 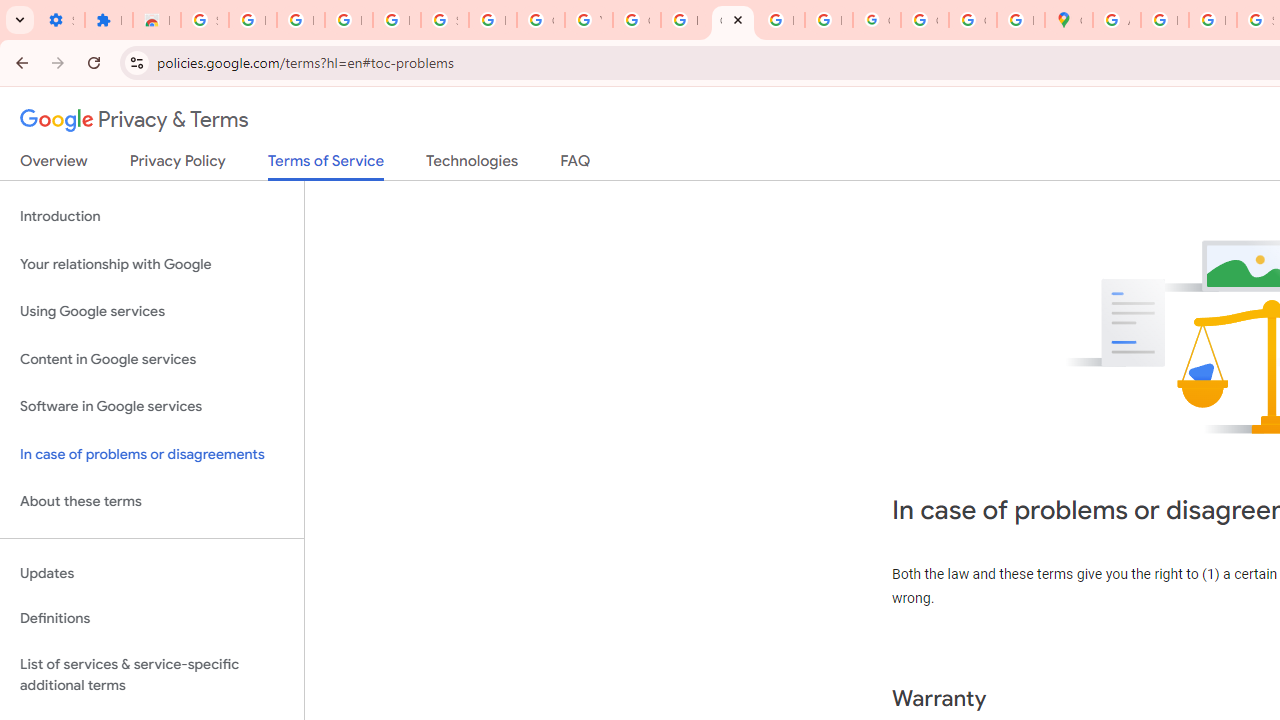 What do you see at coordinates (204, 20) in the screenshot?
I see `'Sign in - Google Accounts'` at bounding box center [204, 20].